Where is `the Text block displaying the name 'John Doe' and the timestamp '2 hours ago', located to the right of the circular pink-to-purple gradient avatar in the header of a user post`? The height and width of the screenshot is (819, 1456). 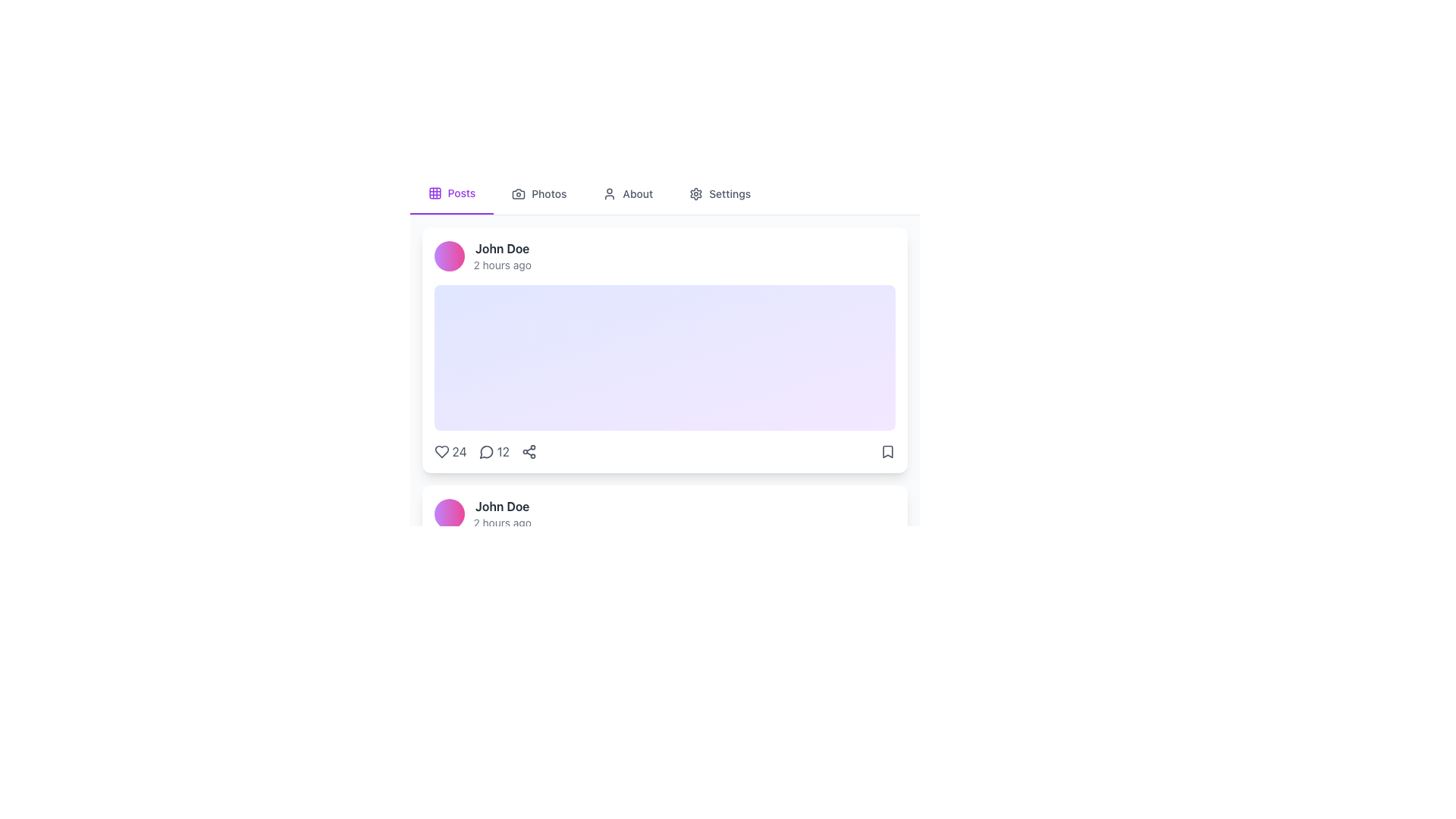 the Text block displaying the name 'John Doe' and the timestamp '2 hours ago', located to the right of the circular pink-to-purple gradient avatar in the header of a user post is located at coordinates (502, 513).